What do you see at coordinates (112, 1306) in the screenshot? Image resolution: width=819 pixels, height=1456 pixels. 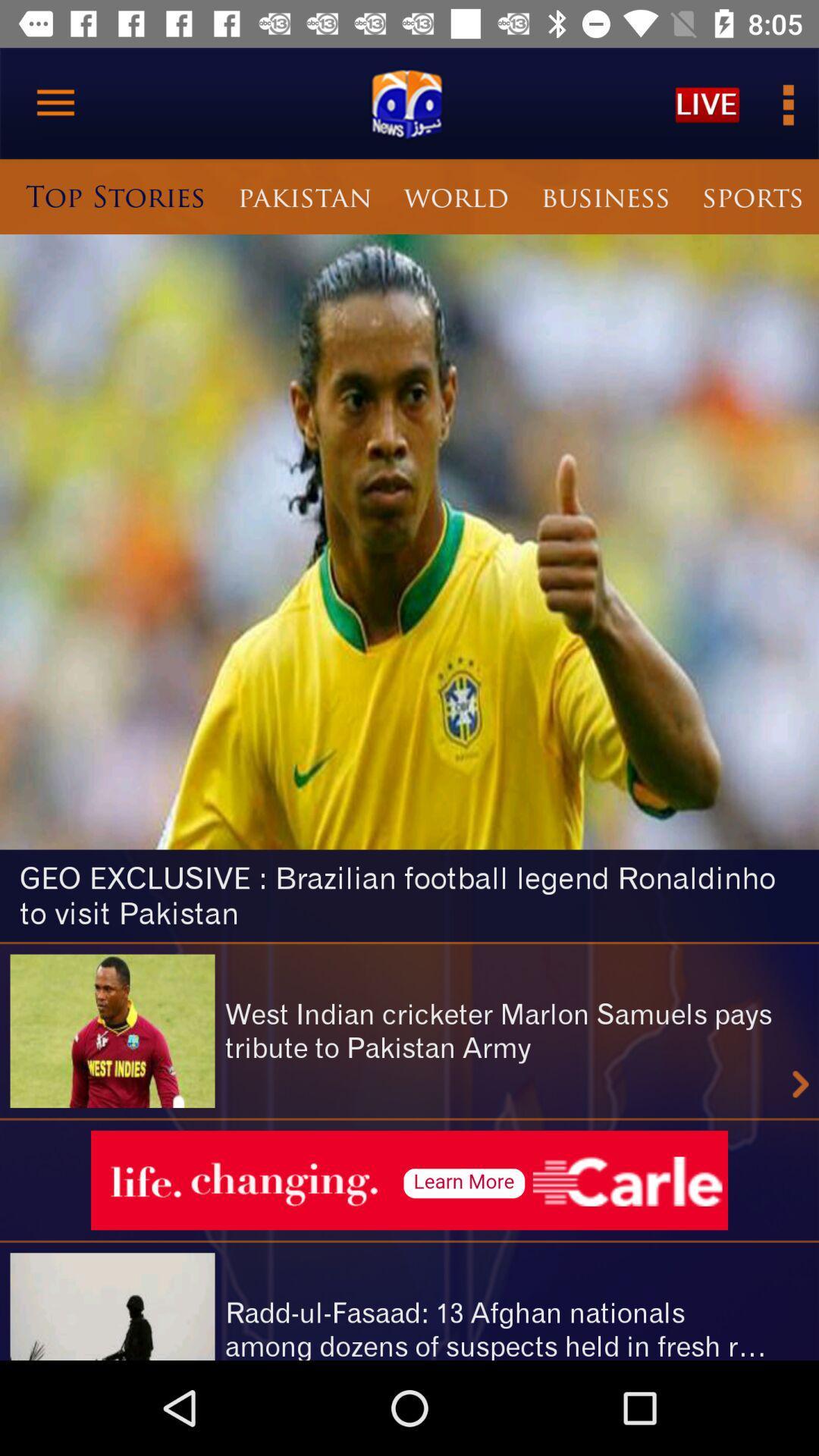 I see `the image at bottom left corner` at bounding box center [112, 1306].